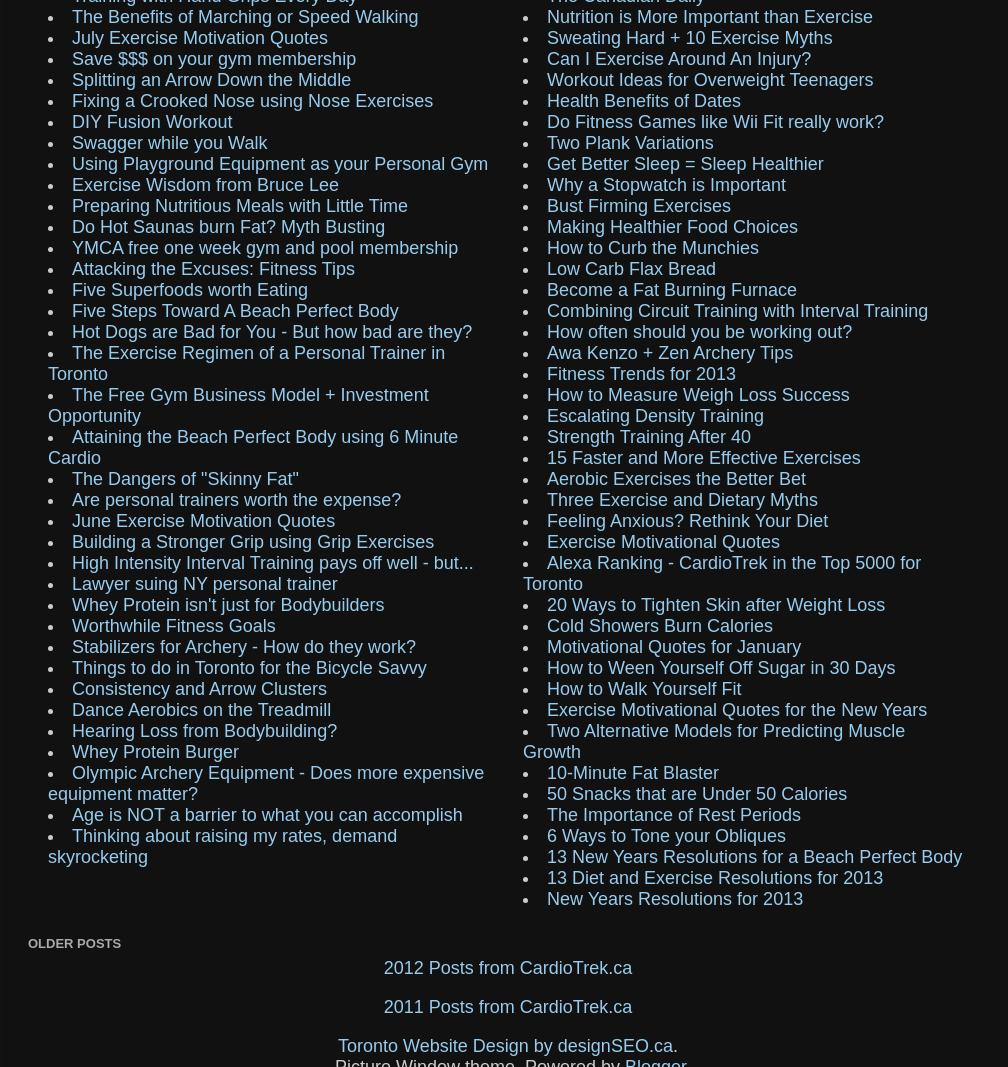  Describe the element at coordinates (699, 330) in the screenshot. I see `'How often should you be working out?'` at that location.